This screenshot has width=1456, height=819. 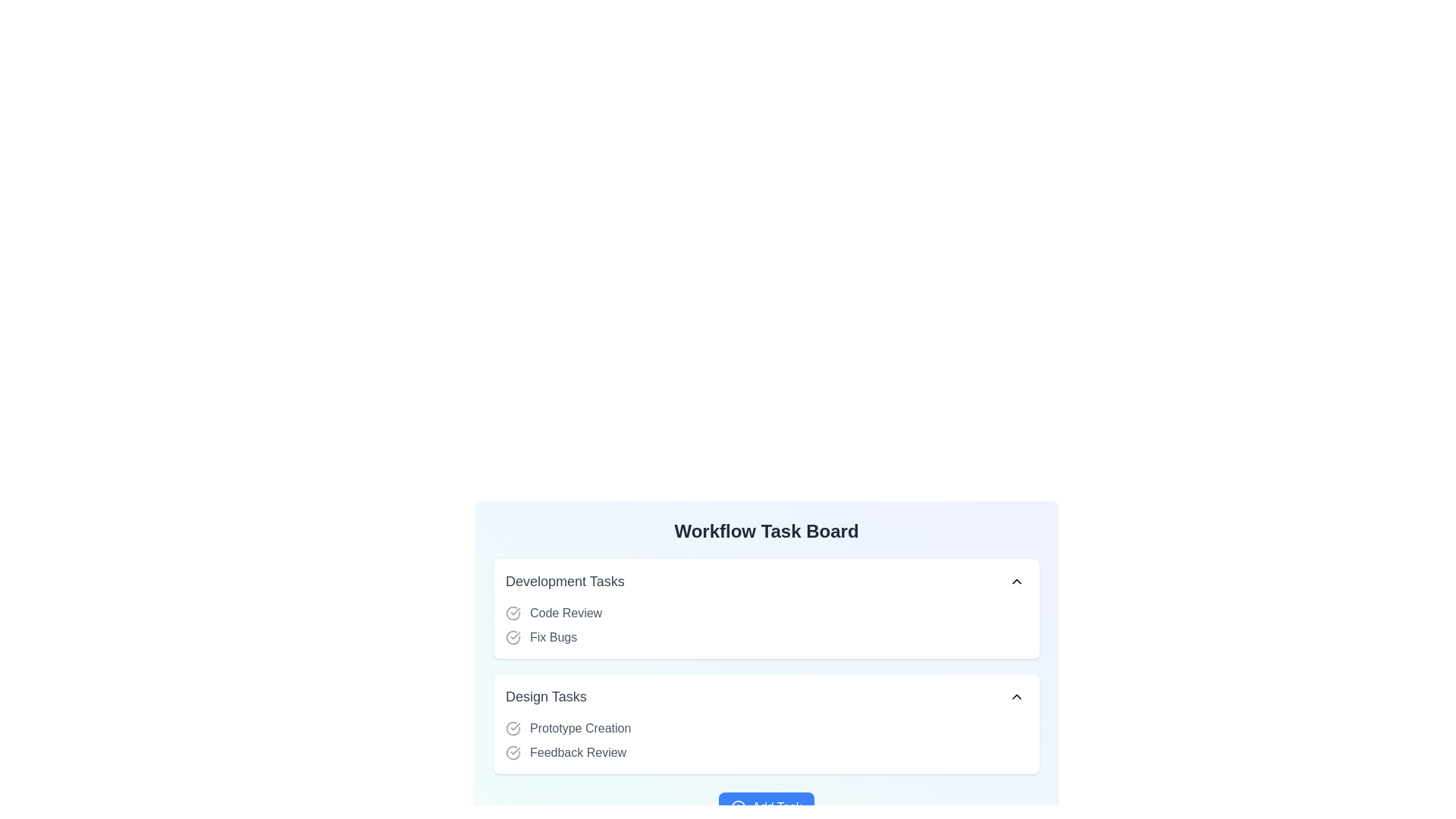 What do you see at coordinates (513, 752) in the screenshot?
I see `the circular checkmark icon located to the left of the 'Feedback Review' text in the 'Design Tasks' section` at bounding box center [513, 752].